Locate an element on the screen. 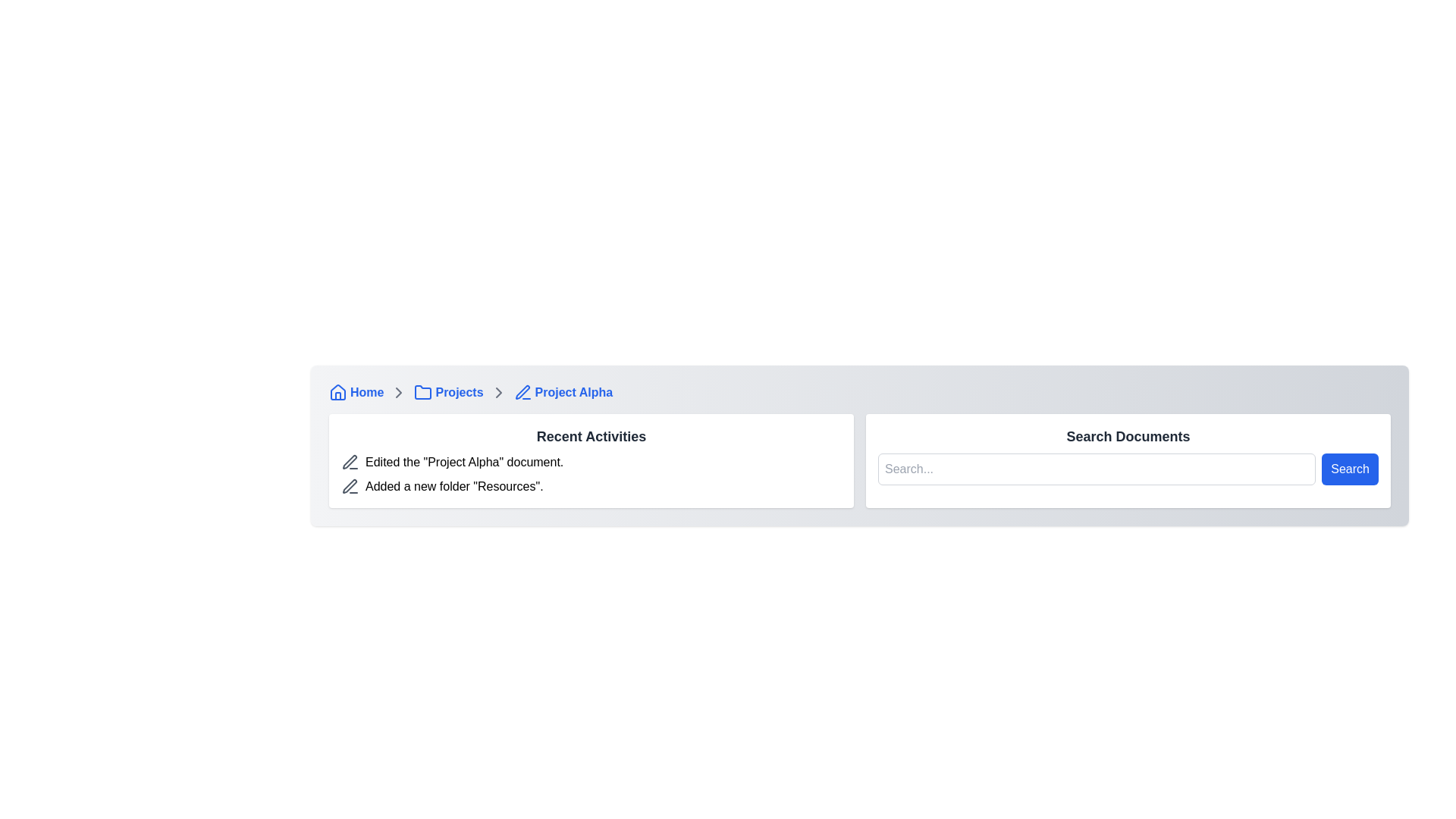  the 'Home' breadcrumb link, which includes a blue house icon and bold blue text is located at coordinates (369, 391).